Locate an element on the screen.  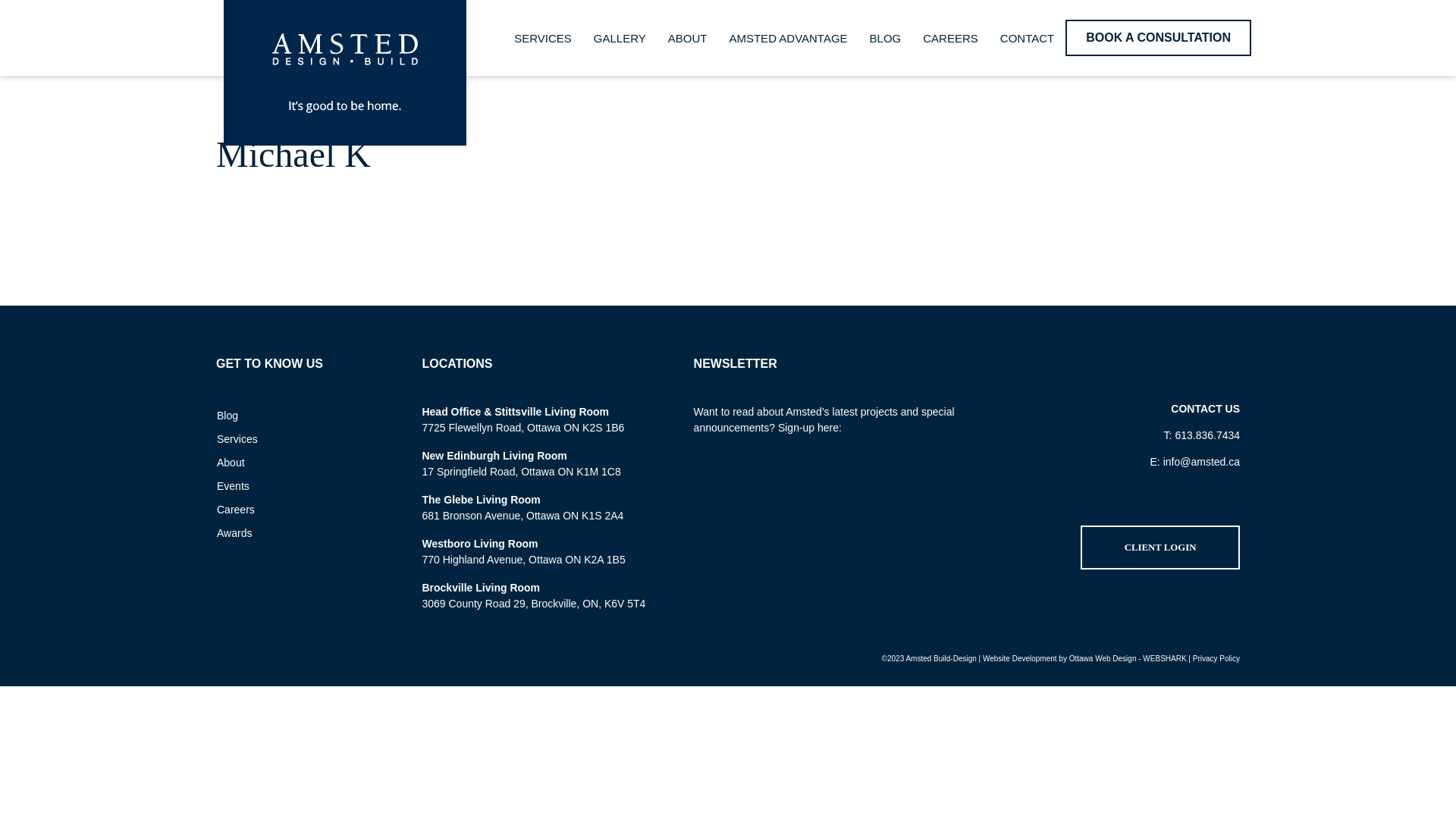
'Careers' is located at coordinates (294, 509).